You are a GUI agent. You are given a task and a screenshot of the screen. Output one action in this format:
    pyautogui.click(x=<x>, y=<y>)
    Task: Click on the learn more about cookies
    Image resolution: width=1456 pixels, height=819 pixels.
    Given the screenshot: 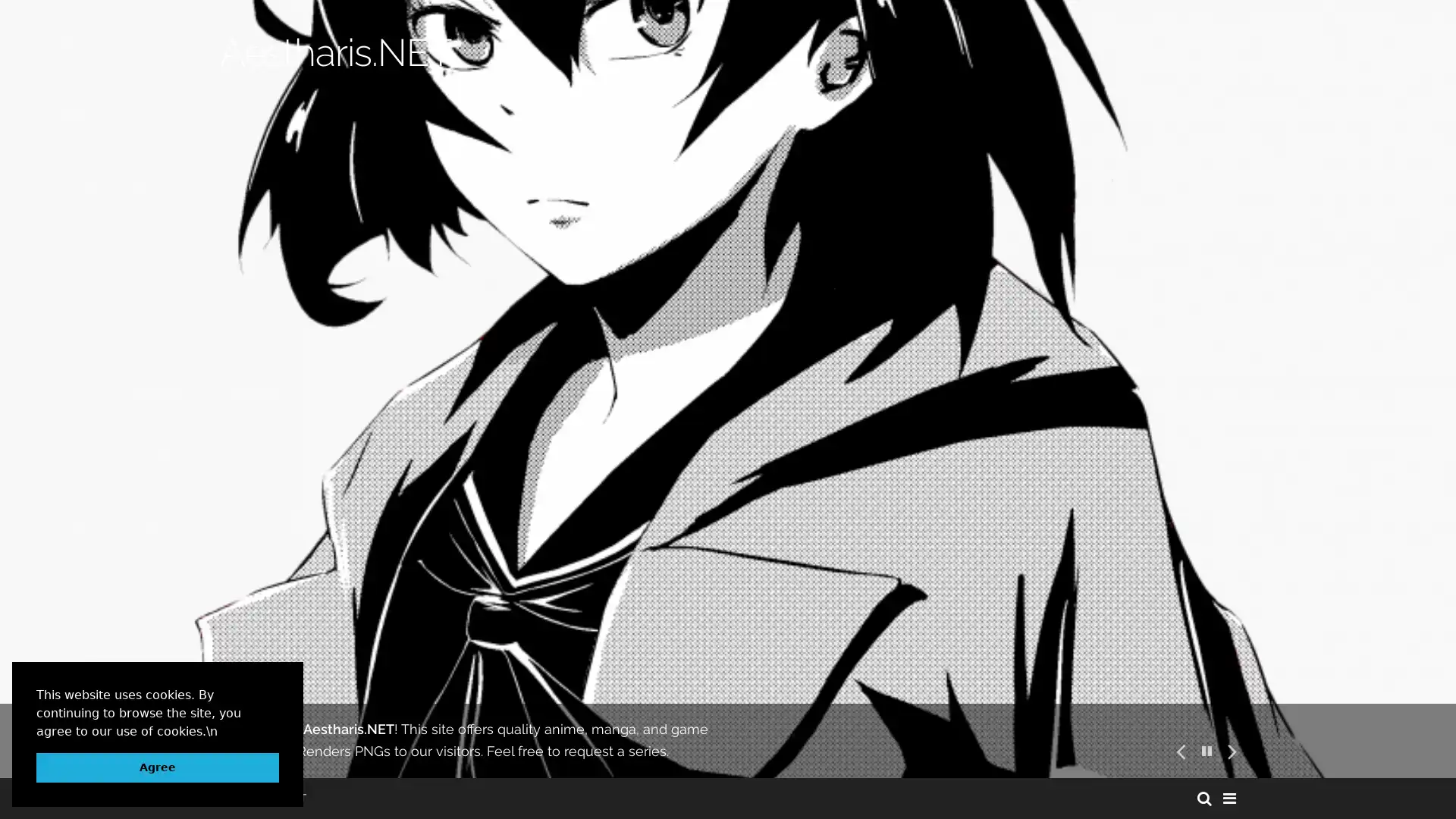 What is the action you would take?
    pyautogui.click(x=222, y=731)
    